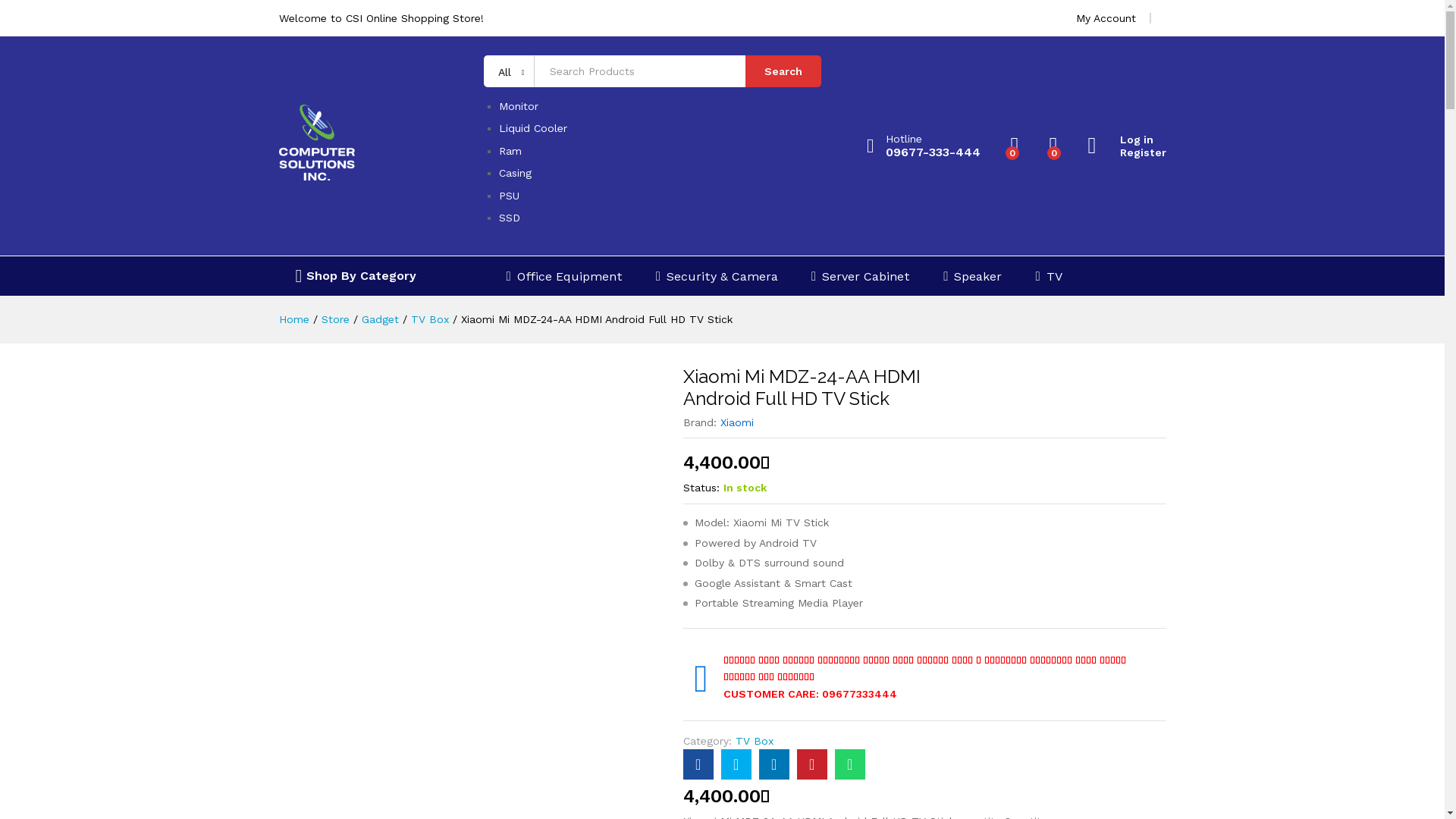  Describe the element at coordinates (866, 146) in the screenshot. I see `'Hotline` at that location.